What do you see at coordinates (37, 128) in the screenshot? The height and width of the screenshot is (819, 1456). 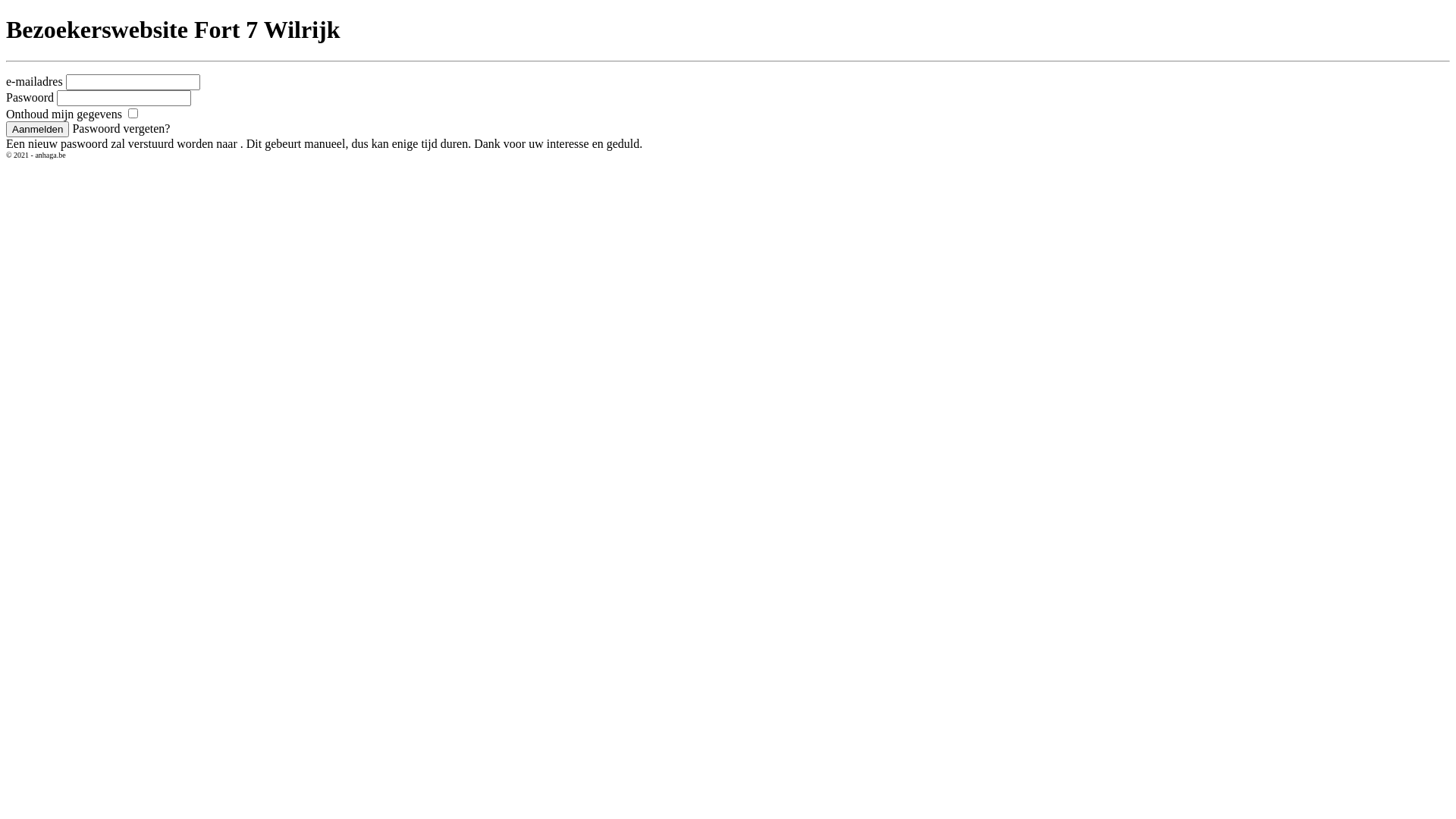 I see `'Aanmelden'` at bounding box center [37, 128].